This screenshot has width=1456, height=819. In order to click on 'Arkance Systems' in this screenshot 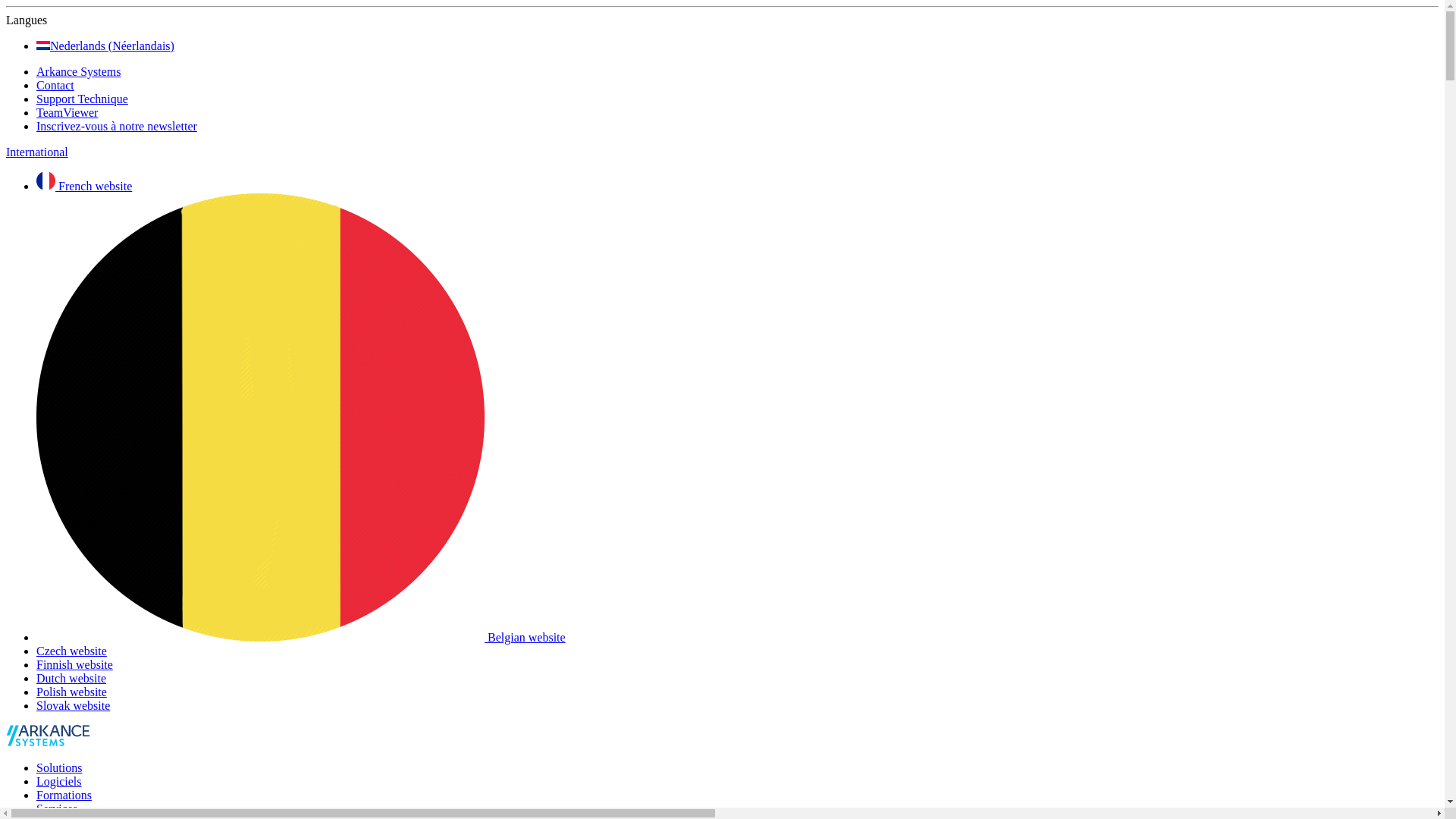, I will do `click(36, 71)`.